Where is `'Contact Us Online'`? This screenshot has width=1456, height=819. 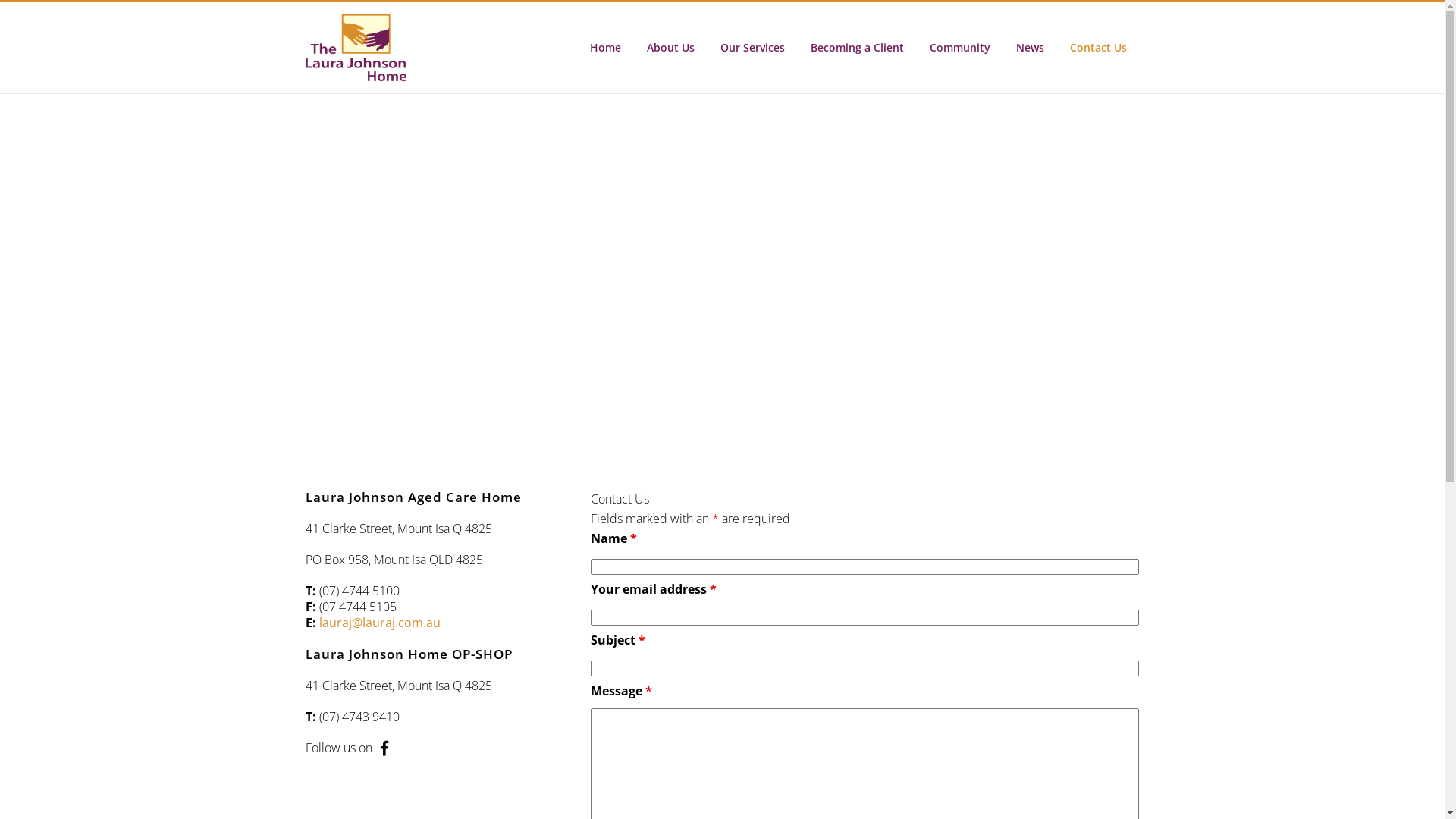
'Contact Us Online' is located at coordinates (946, 605).